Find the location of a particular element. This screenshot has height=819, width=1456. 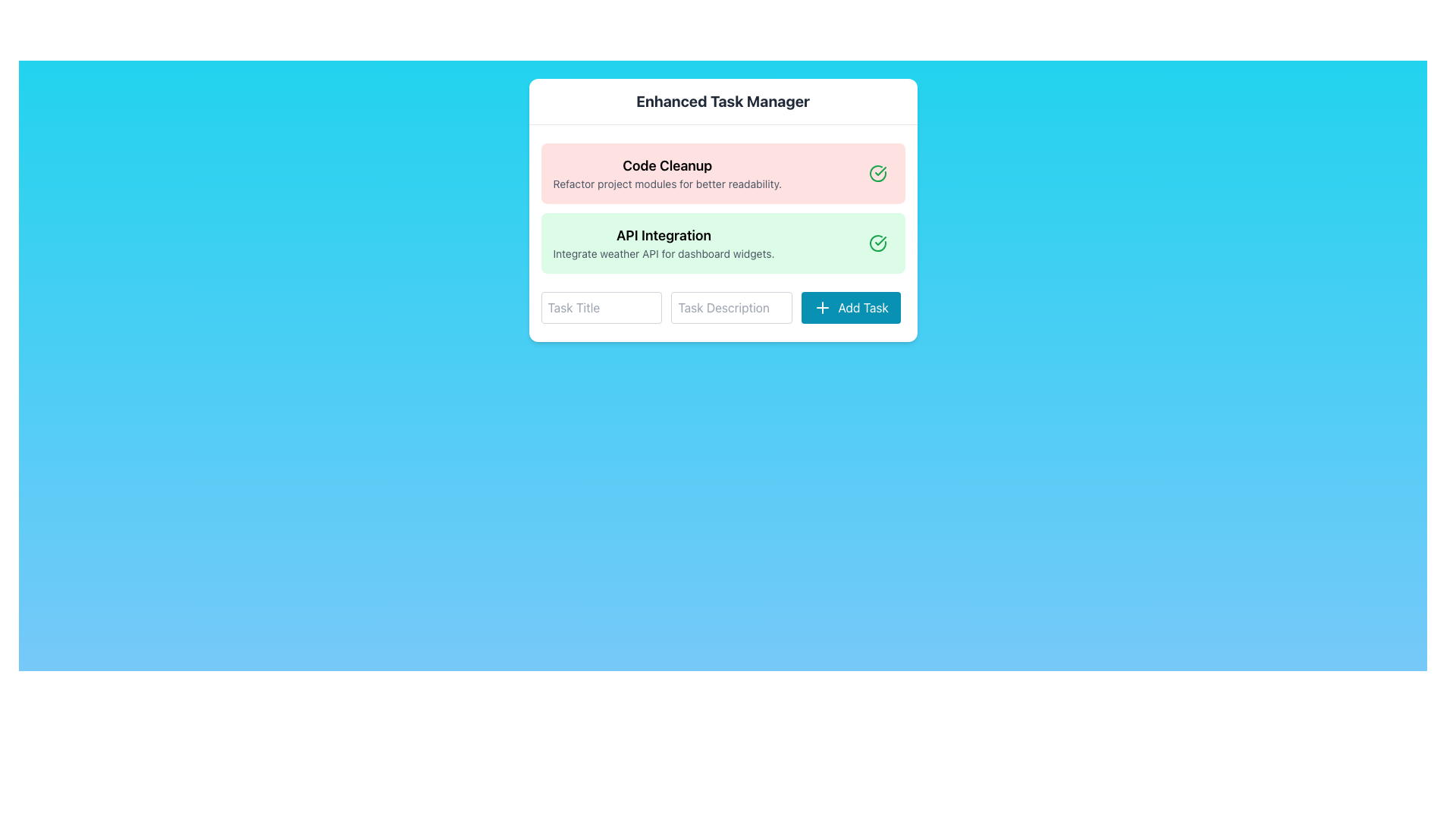

the completion status button of the 'Code Cleanup' task is located at coordinates (877, 172).